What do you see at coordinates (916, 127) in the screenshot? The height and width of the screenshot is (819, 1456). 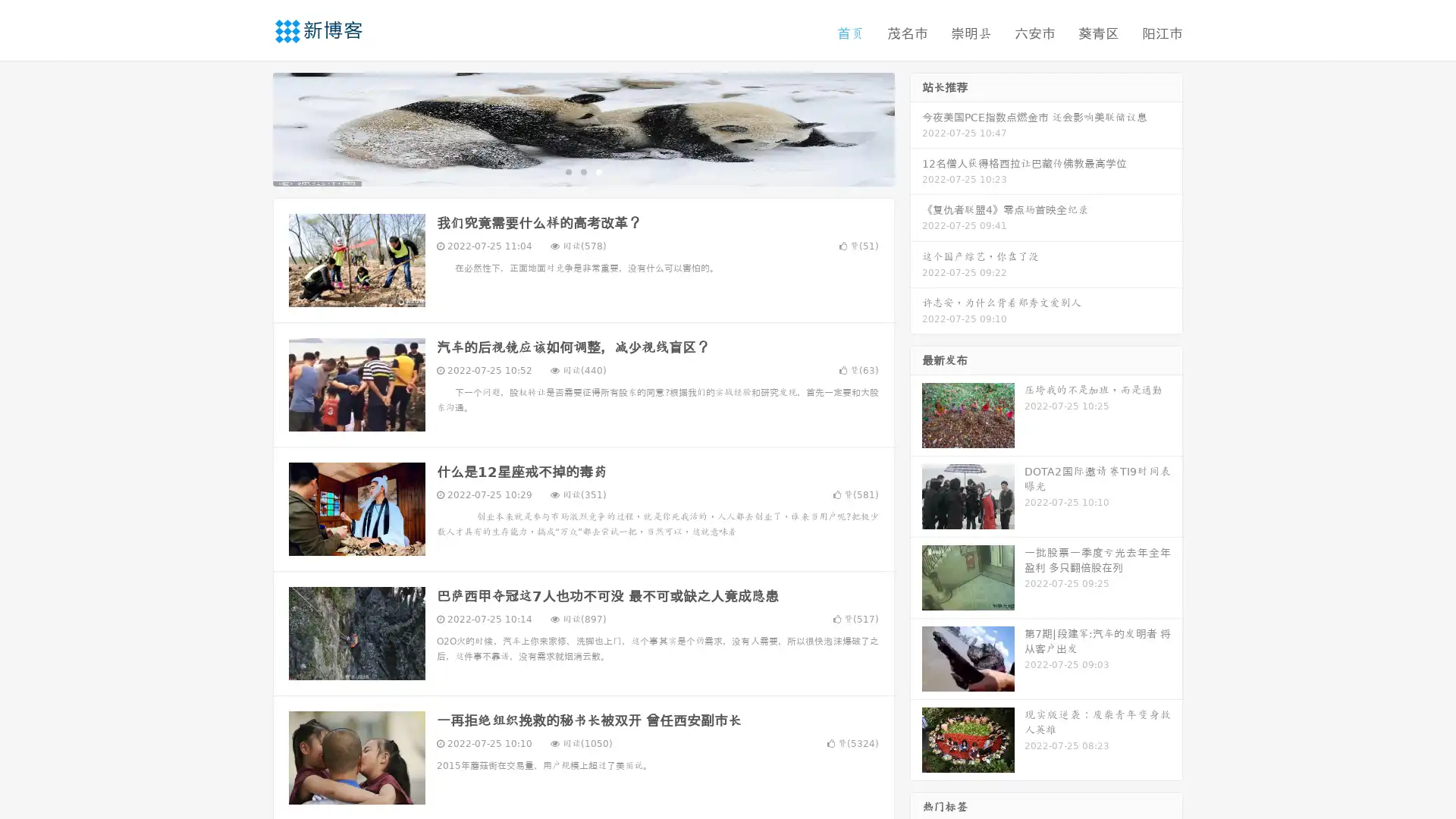 I see `Next slide` at bounding box center [916, 127].